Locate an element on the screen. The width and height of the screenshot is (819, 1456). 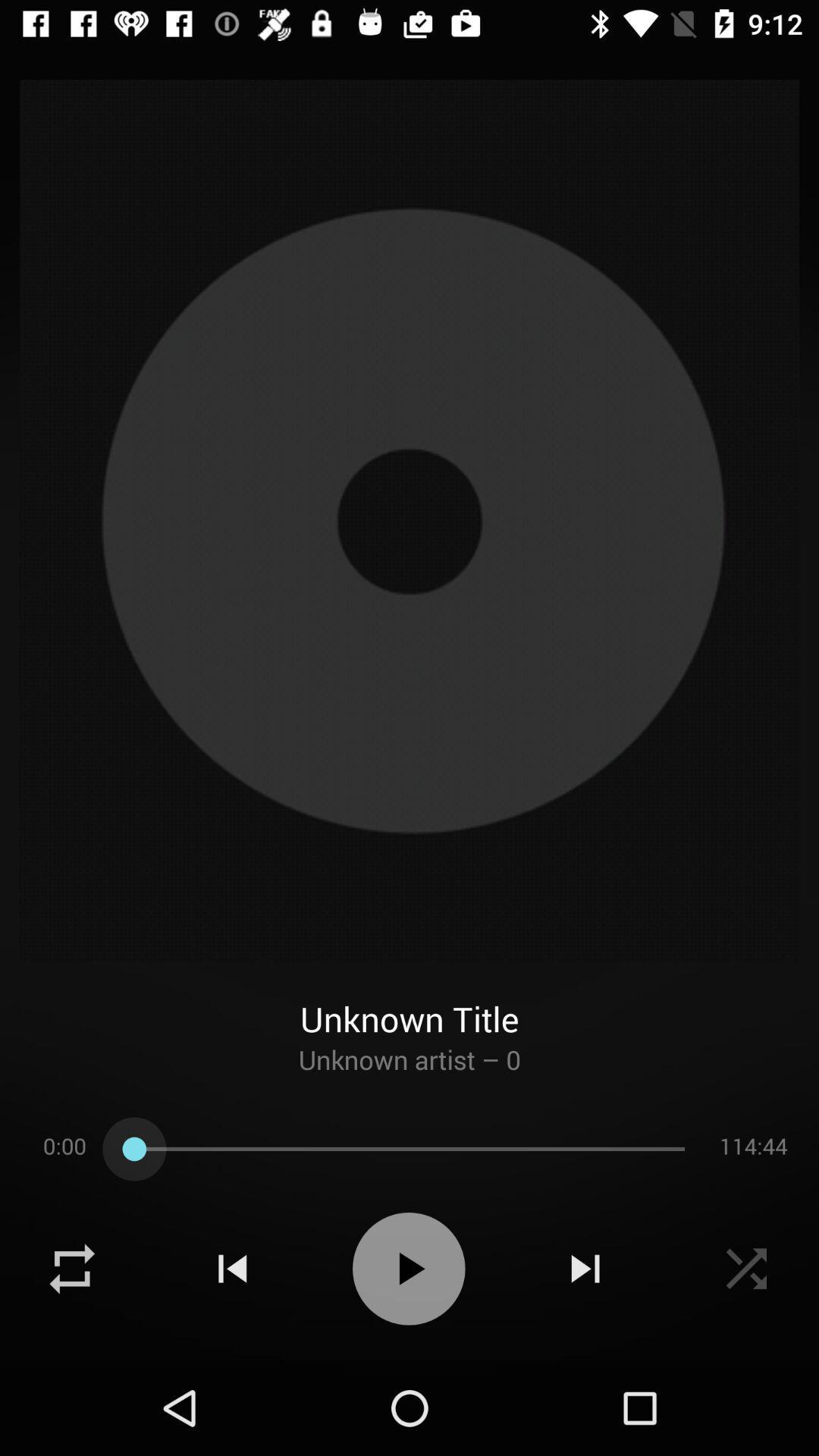
skip to the next song is located at coordinates (585, 1269).